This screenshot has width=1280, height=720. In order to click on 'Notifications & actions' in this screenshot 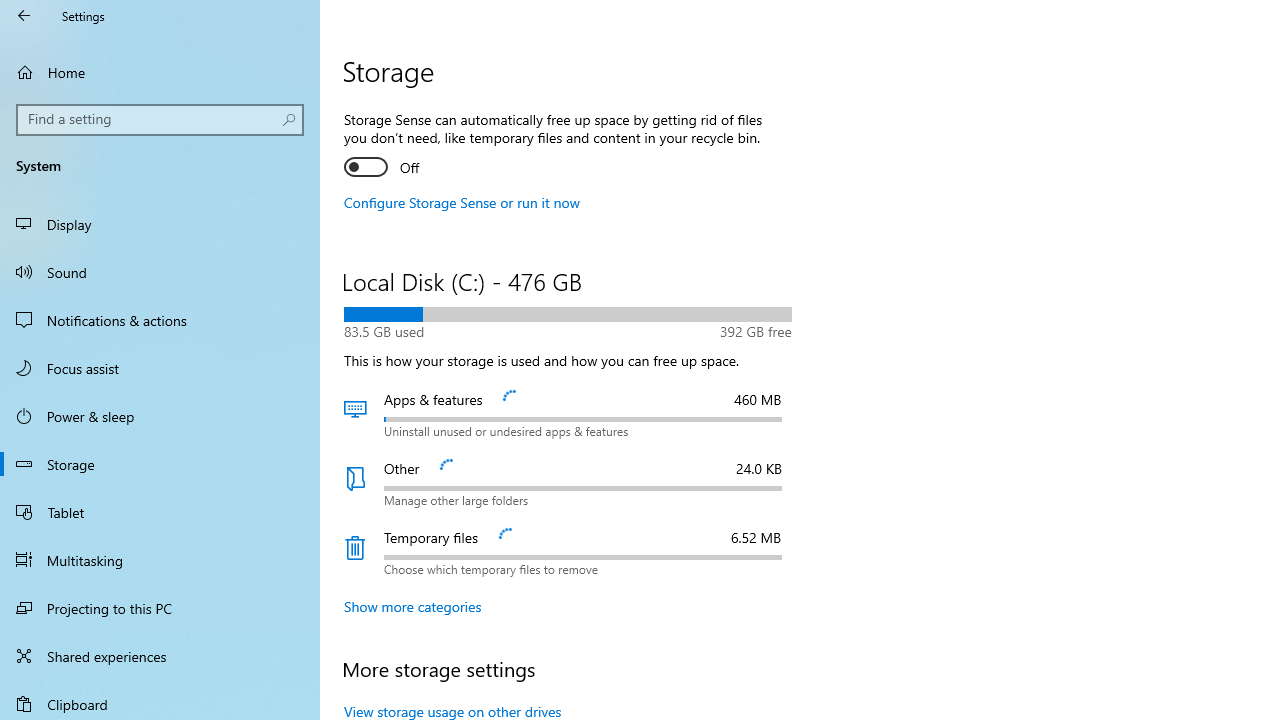, I will do `click(160, 319)`.